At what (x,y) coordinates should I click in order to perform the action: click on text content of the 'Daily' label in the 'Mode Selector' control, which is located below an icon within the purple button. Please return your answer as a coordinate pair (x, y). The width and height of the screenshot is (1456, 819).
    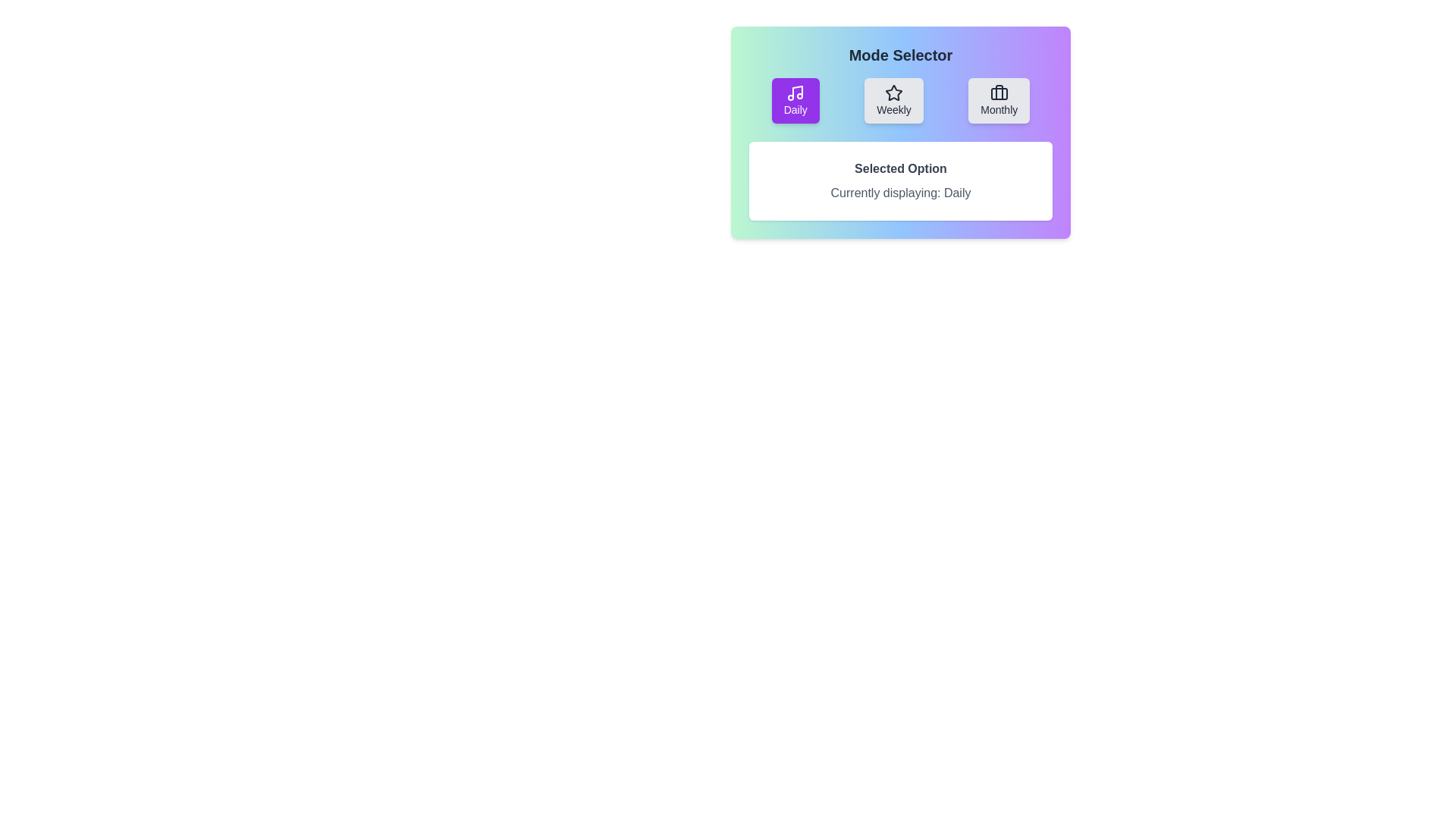
    Looking at the image, I should click on (795, 109).